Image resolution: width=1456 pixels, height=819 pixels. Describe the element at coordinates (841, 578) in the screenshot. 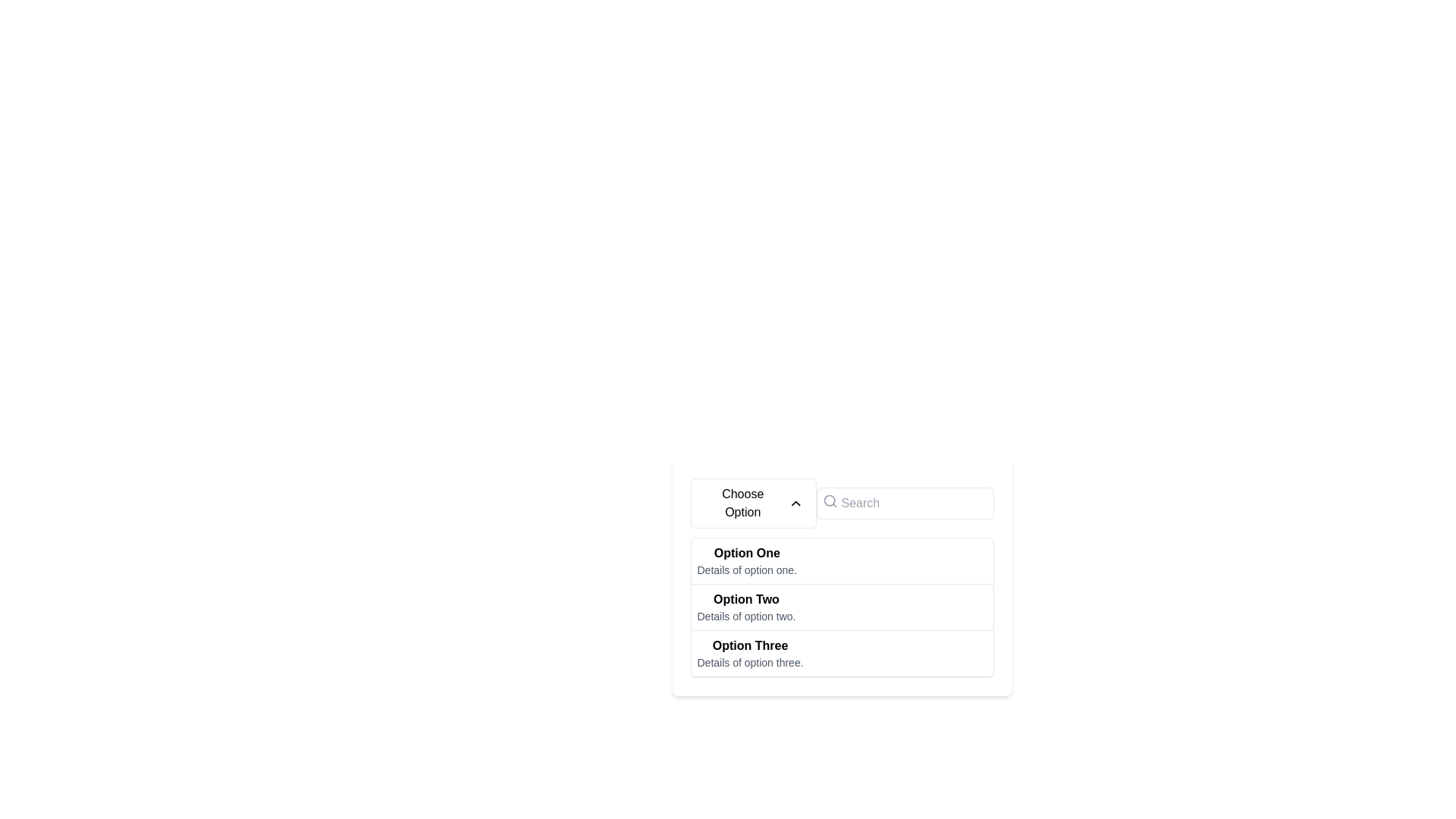

I see `the Dropdown menu options` at that location.